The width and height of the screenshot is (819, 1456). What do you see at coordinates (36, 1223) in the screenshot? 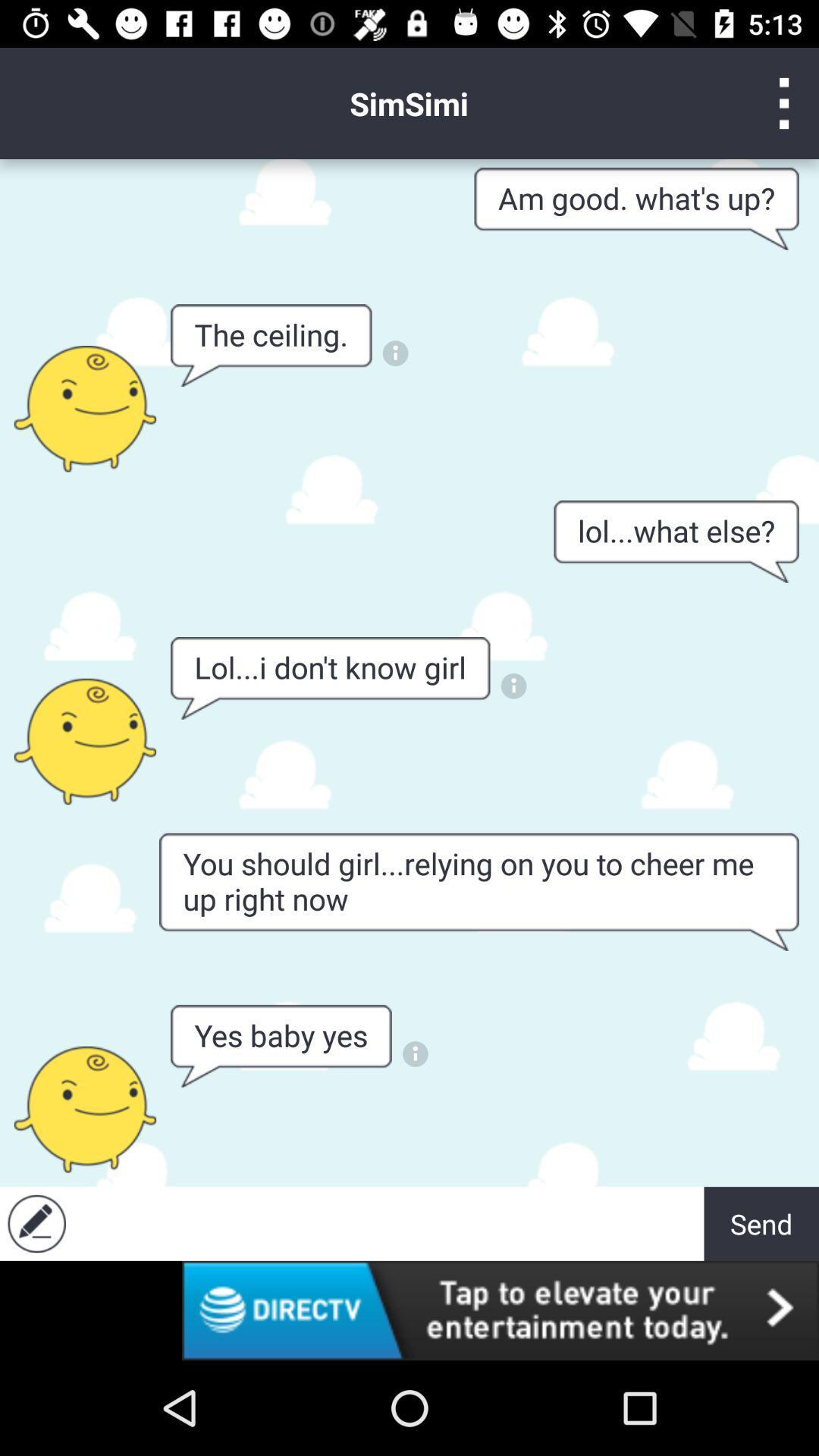
I see `edit option` at bounding box center [36, 1223].